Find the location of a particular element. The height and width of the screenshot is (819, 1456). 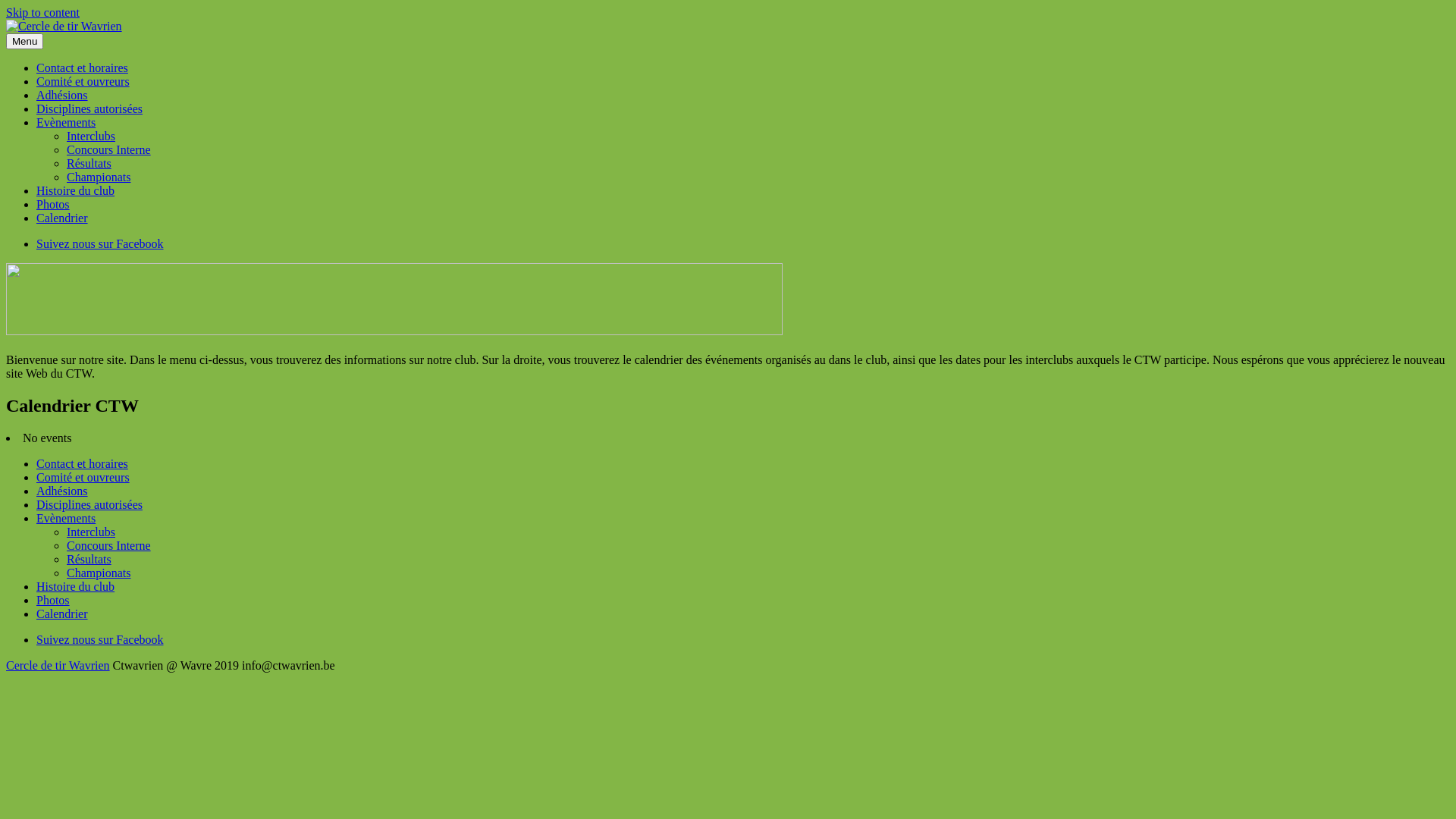

'Menu' is located at coordinates (24, 40).